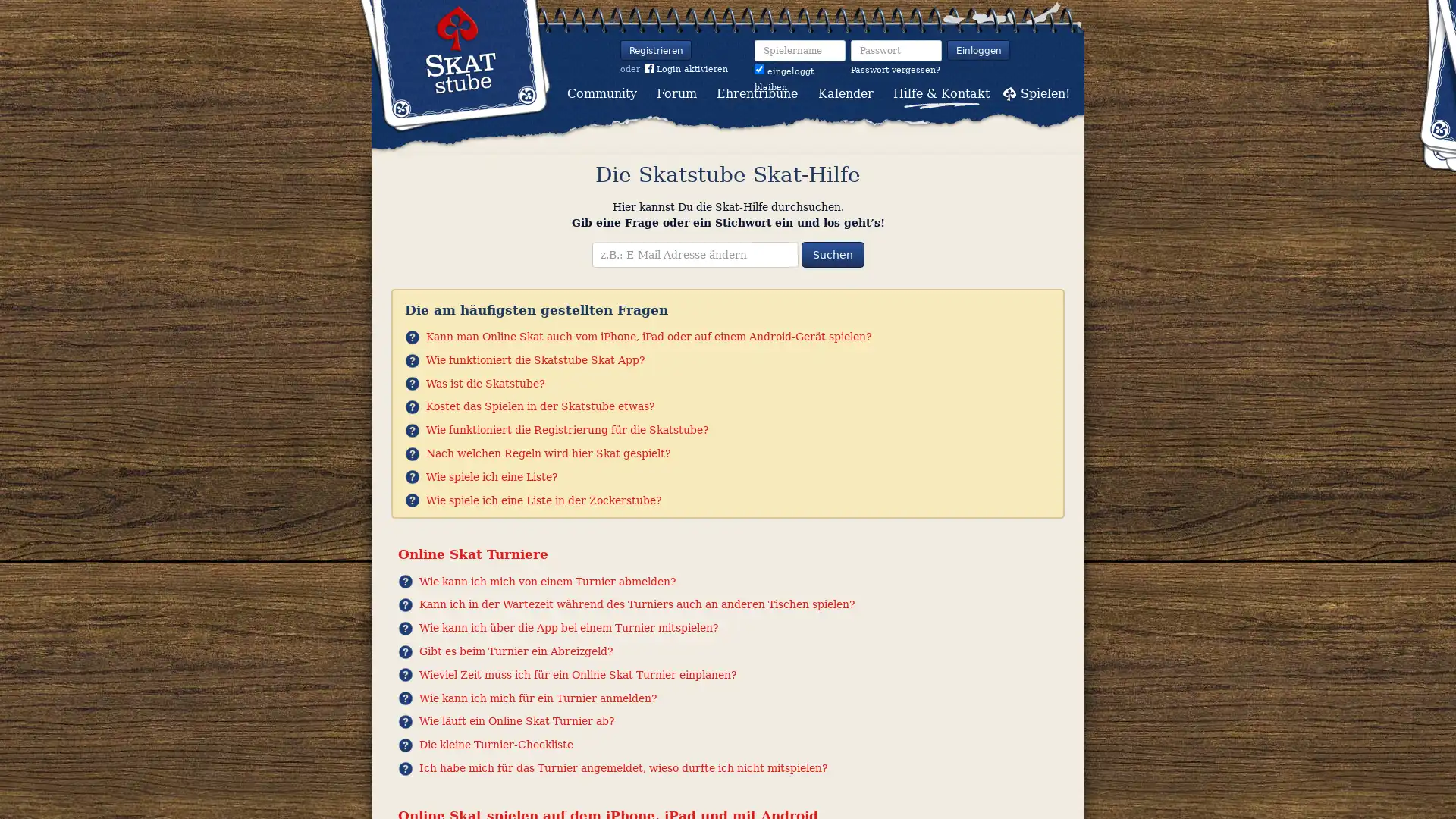 The image size is (1456, 819). What do you see at coordinates (978, 49) in the screenshot?
I see `Einloggen` at bounding box center [978, 49].